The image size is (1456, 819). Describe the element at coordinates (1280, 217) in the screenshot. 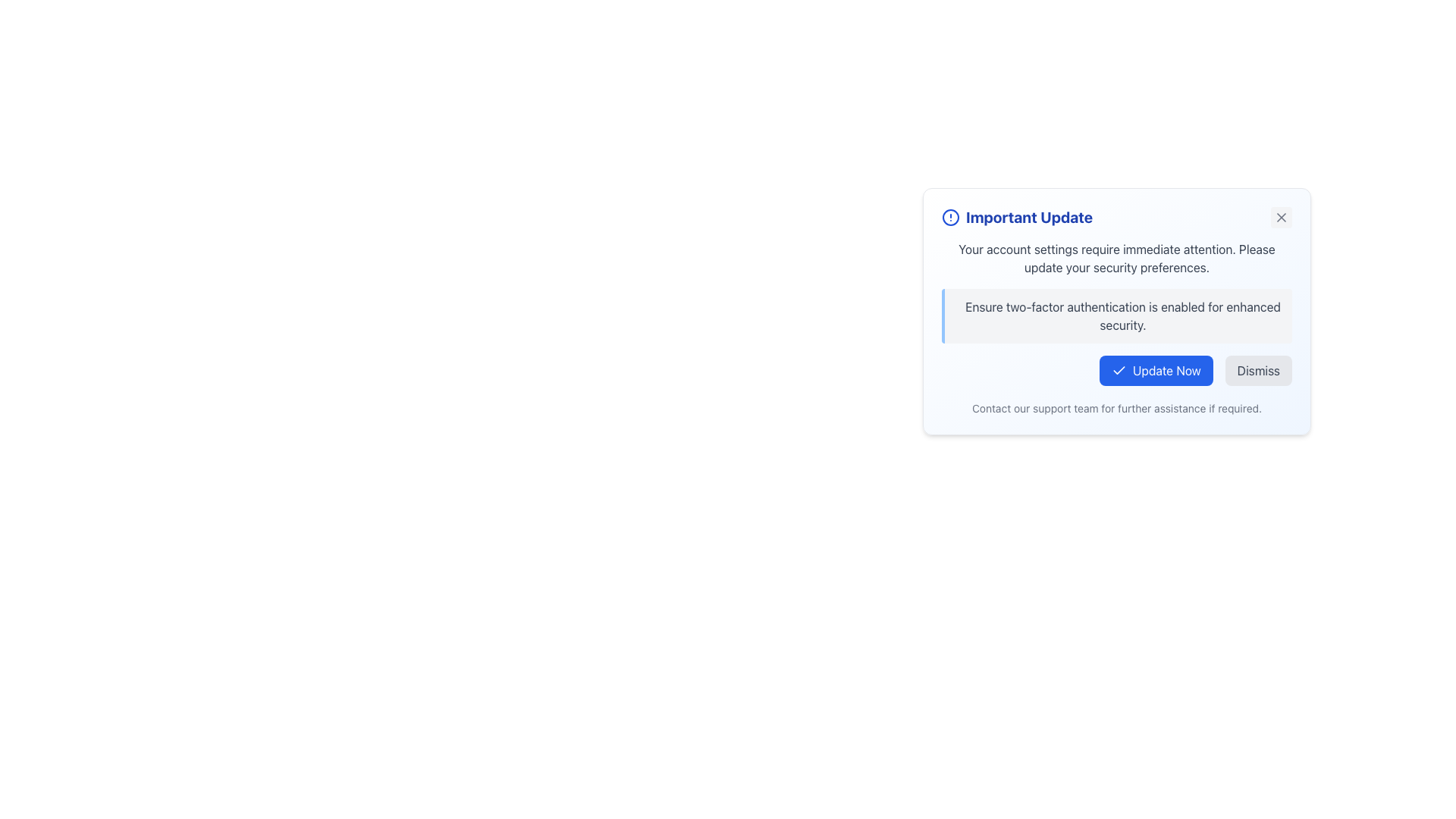

I see `the small gray diagonal cross icon` at that location.